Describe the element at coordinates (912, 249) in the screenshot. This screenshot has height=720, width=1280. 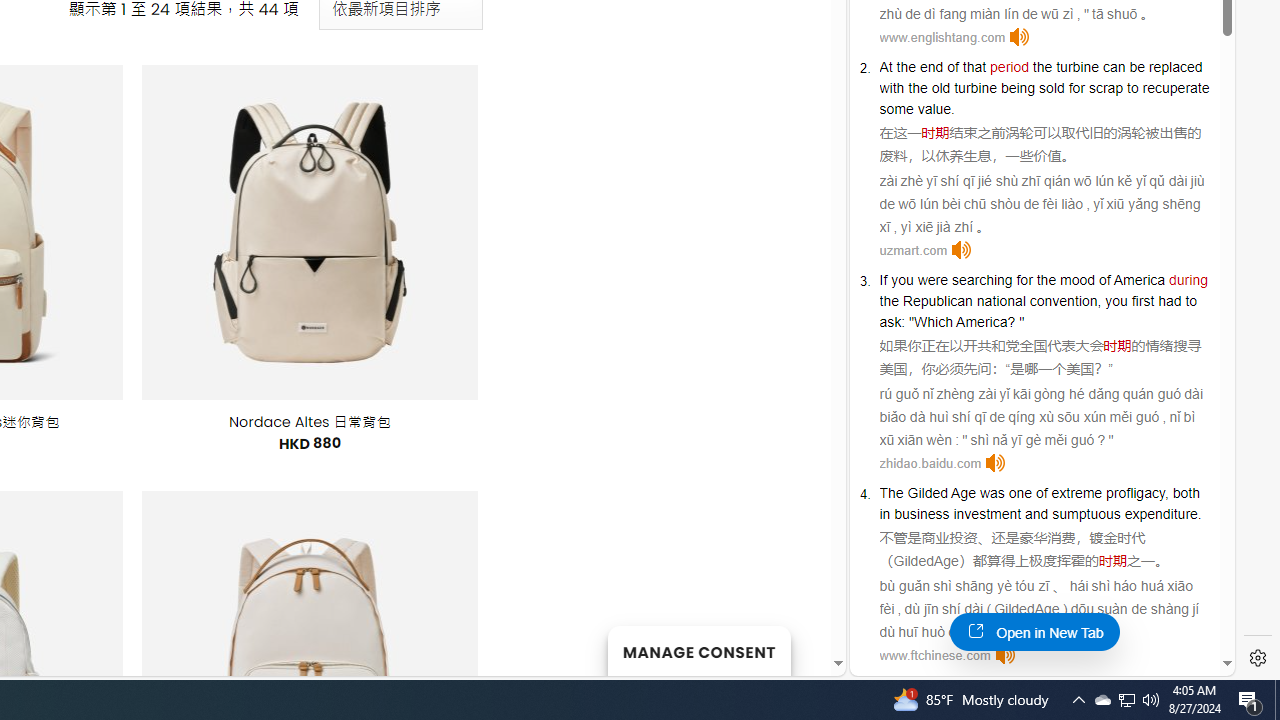
I see `'uzmart.com'` at that location.